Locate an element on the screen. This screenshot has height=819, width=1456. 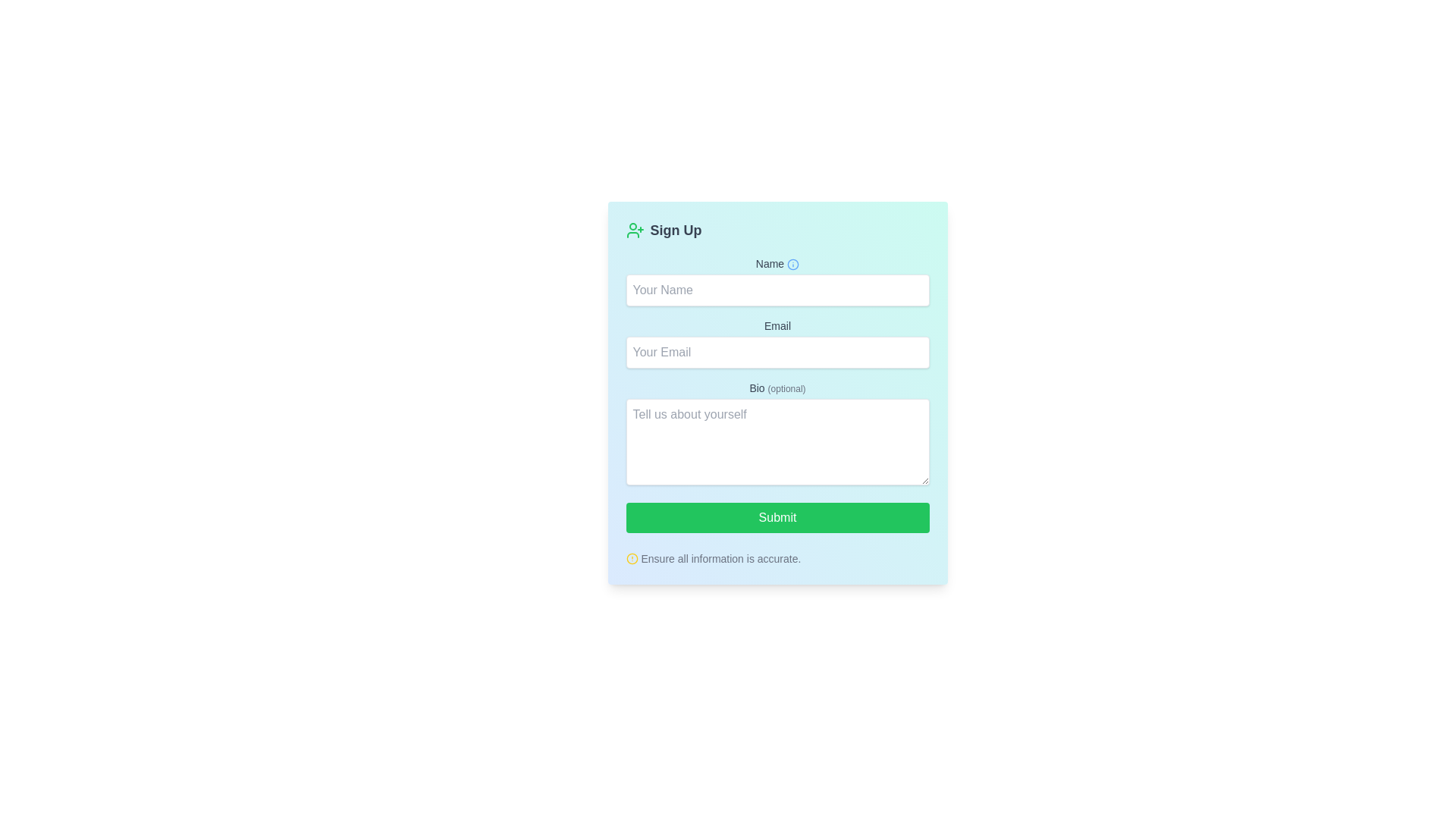
the informational icon located immediately after the 'Name' label, which provides tool-tip or additional help is located at coordinates (792, 264).